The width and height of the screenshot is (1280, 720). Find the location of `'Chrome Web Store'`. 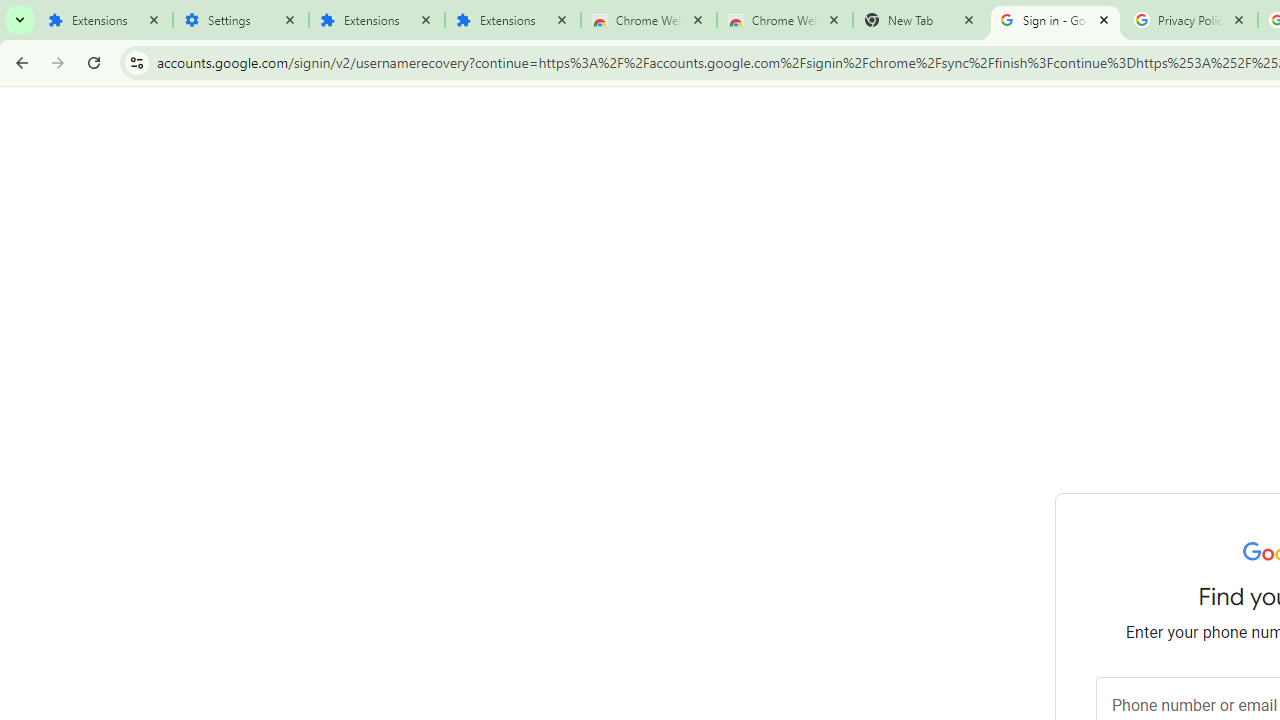

'Chrome Web Store' is located at coordinates (648, 20).